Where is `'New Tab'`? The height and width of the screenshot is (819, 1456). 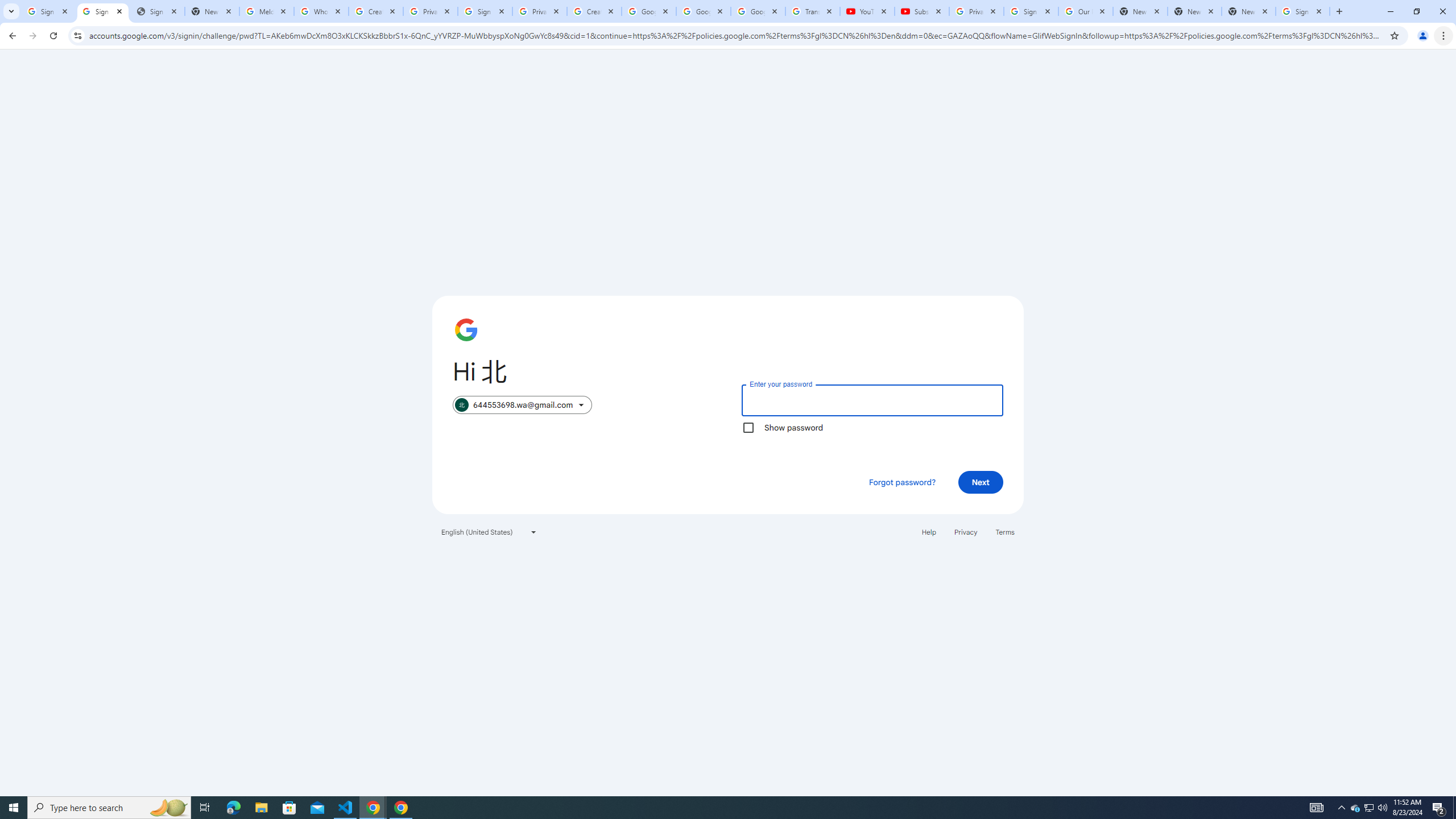 'New Tab' is located at coordinates (1249, 11).